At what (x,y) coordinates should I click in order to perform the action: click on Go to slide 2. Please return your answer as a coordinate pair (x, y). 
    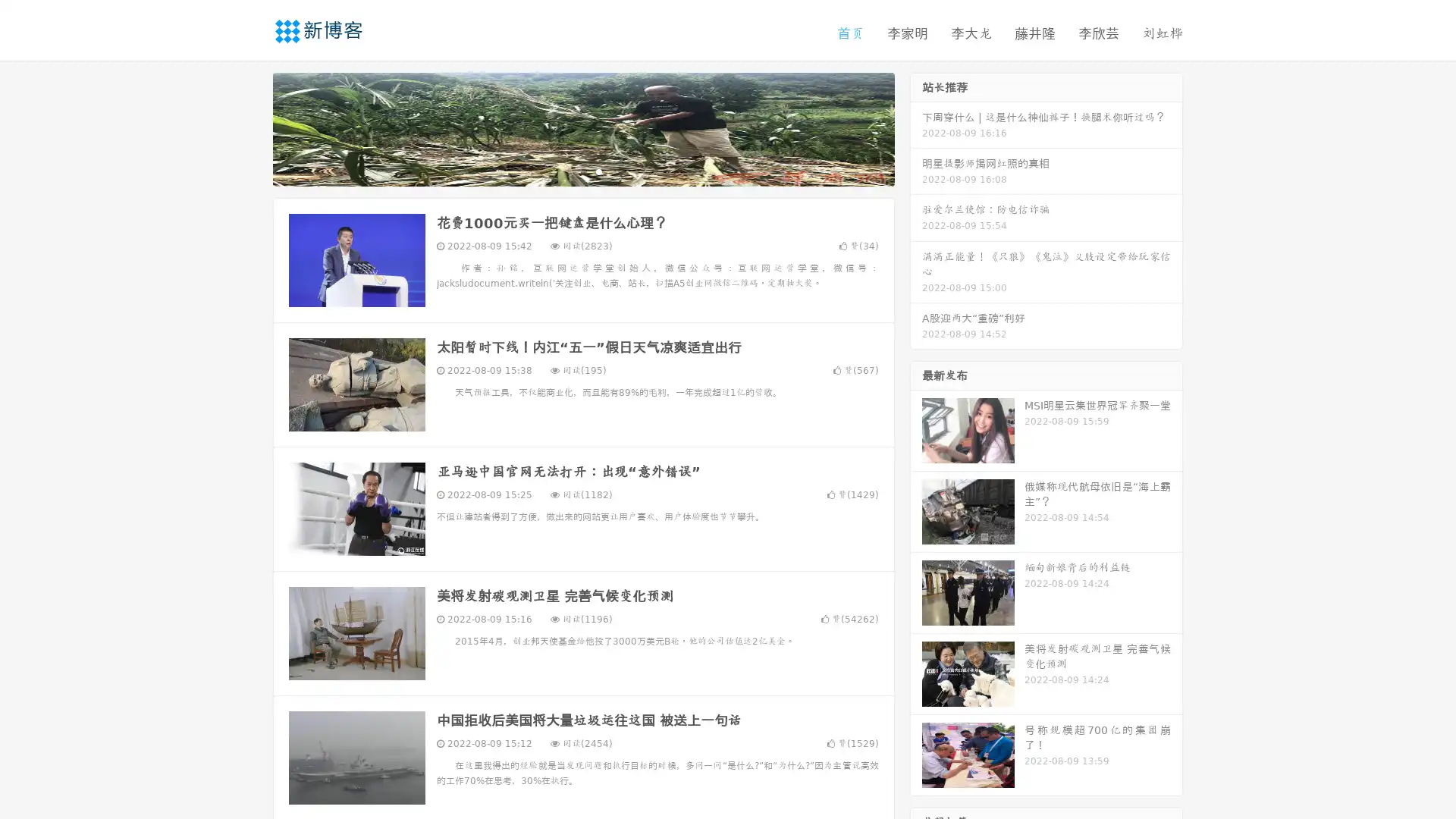
    Looking at the image, I should click on (582, 171).